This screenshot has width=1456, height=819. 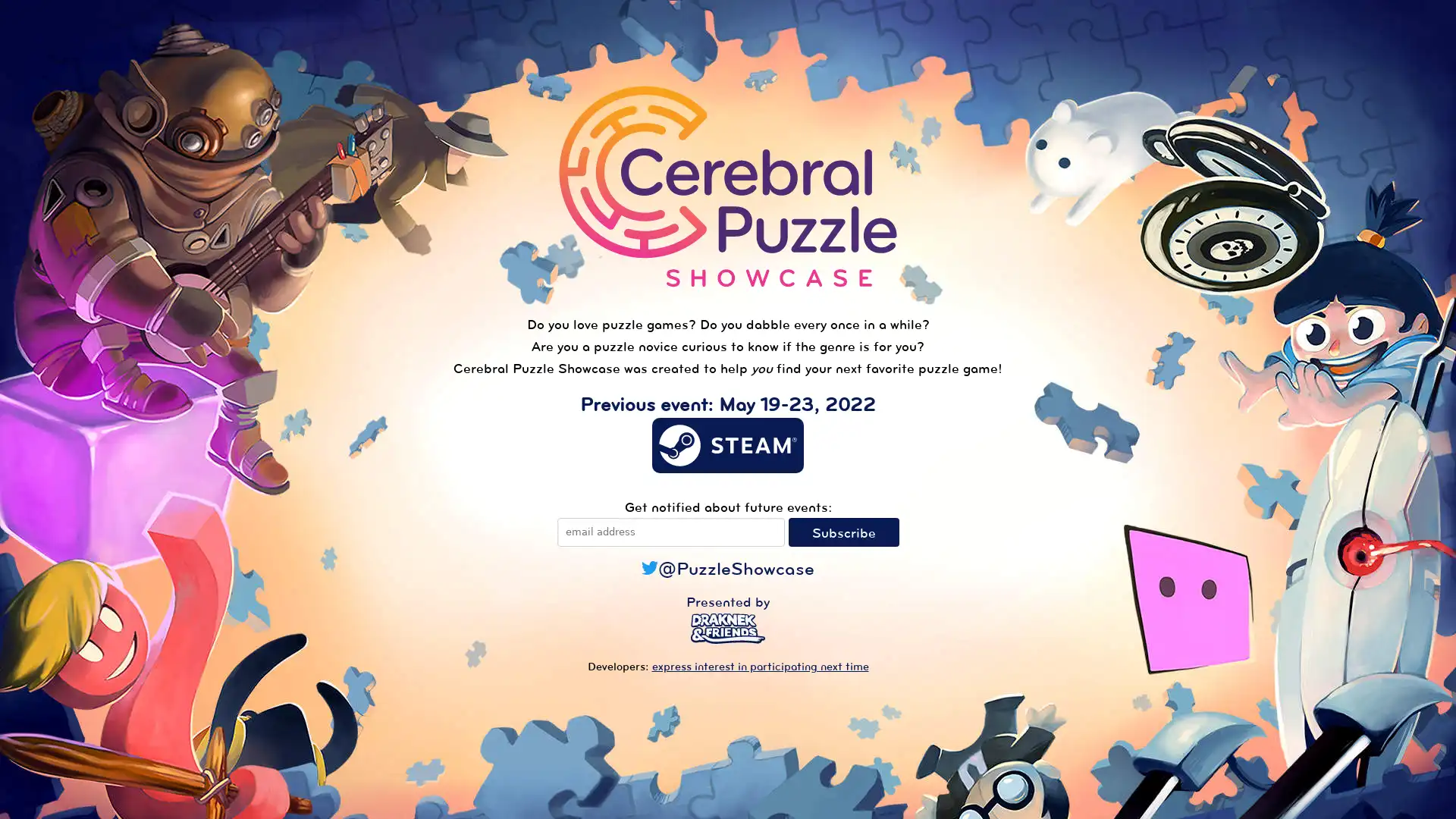 I want to click on Subscribe, so click(x=843, y=532).